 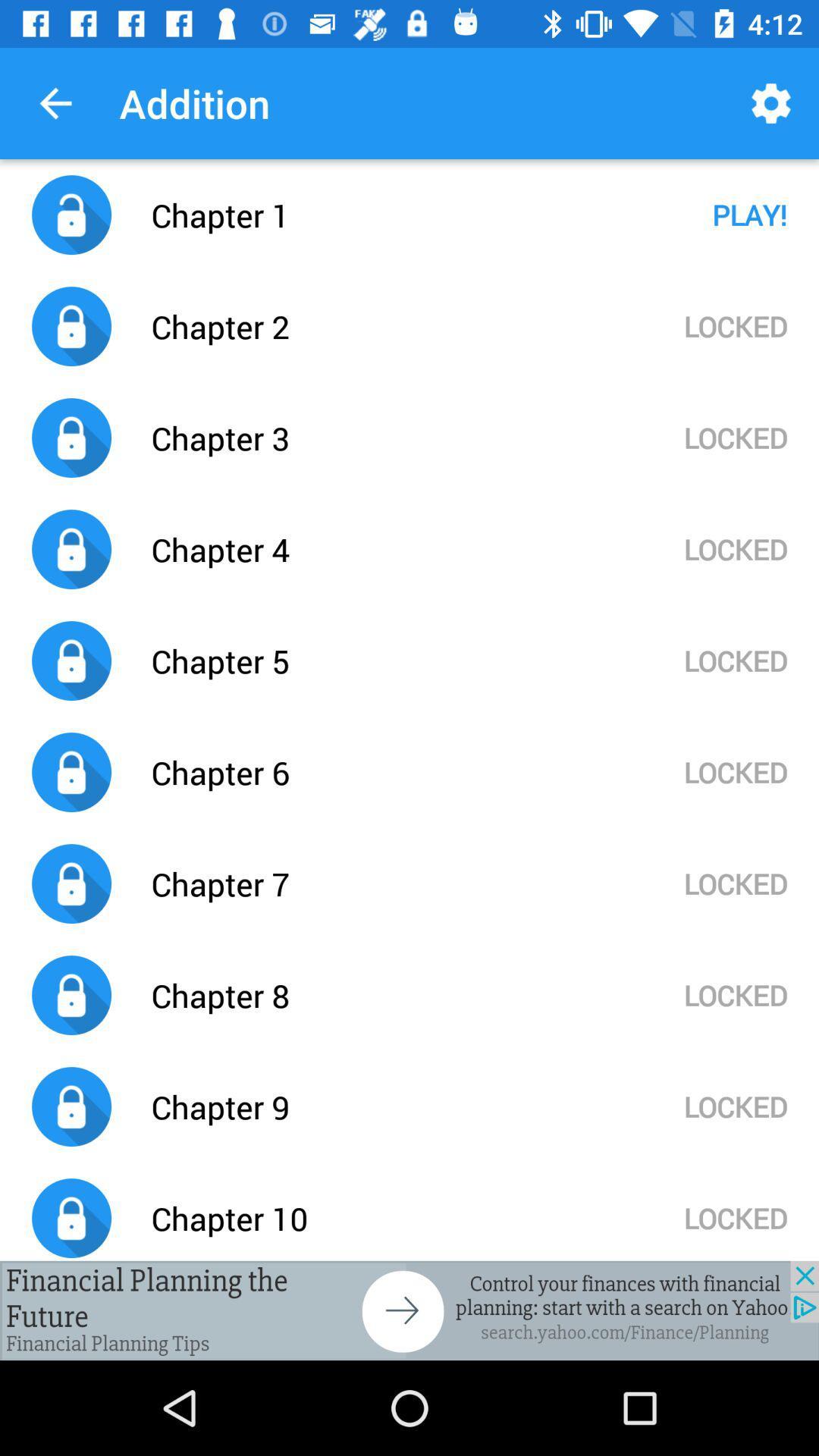 I want to click on button setting icon, so click(x=409, y=1310).